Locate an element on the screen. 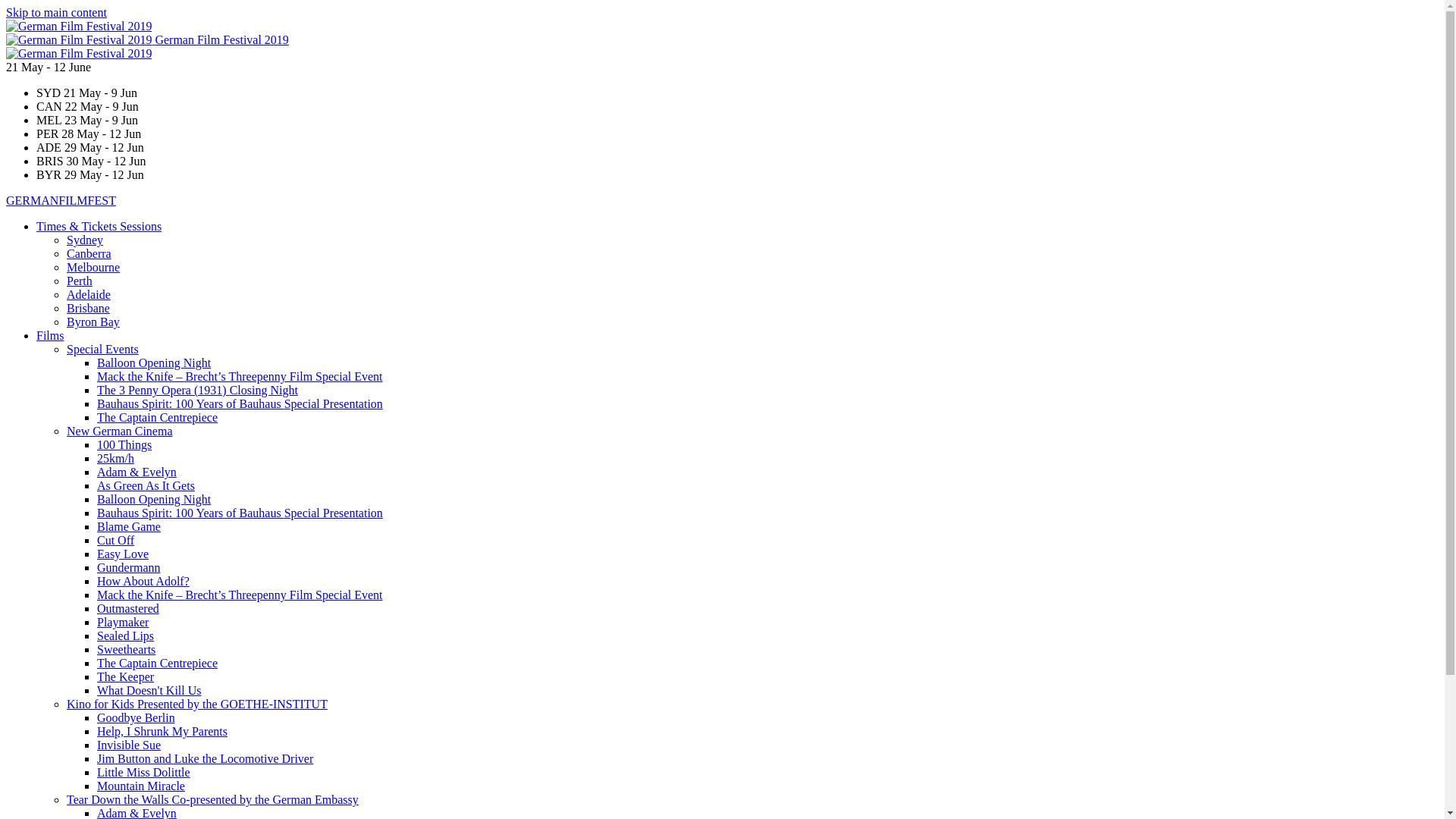 This screenshot has width=1456, height=819. 'Gundermann' is located at coordinates (128, 567).